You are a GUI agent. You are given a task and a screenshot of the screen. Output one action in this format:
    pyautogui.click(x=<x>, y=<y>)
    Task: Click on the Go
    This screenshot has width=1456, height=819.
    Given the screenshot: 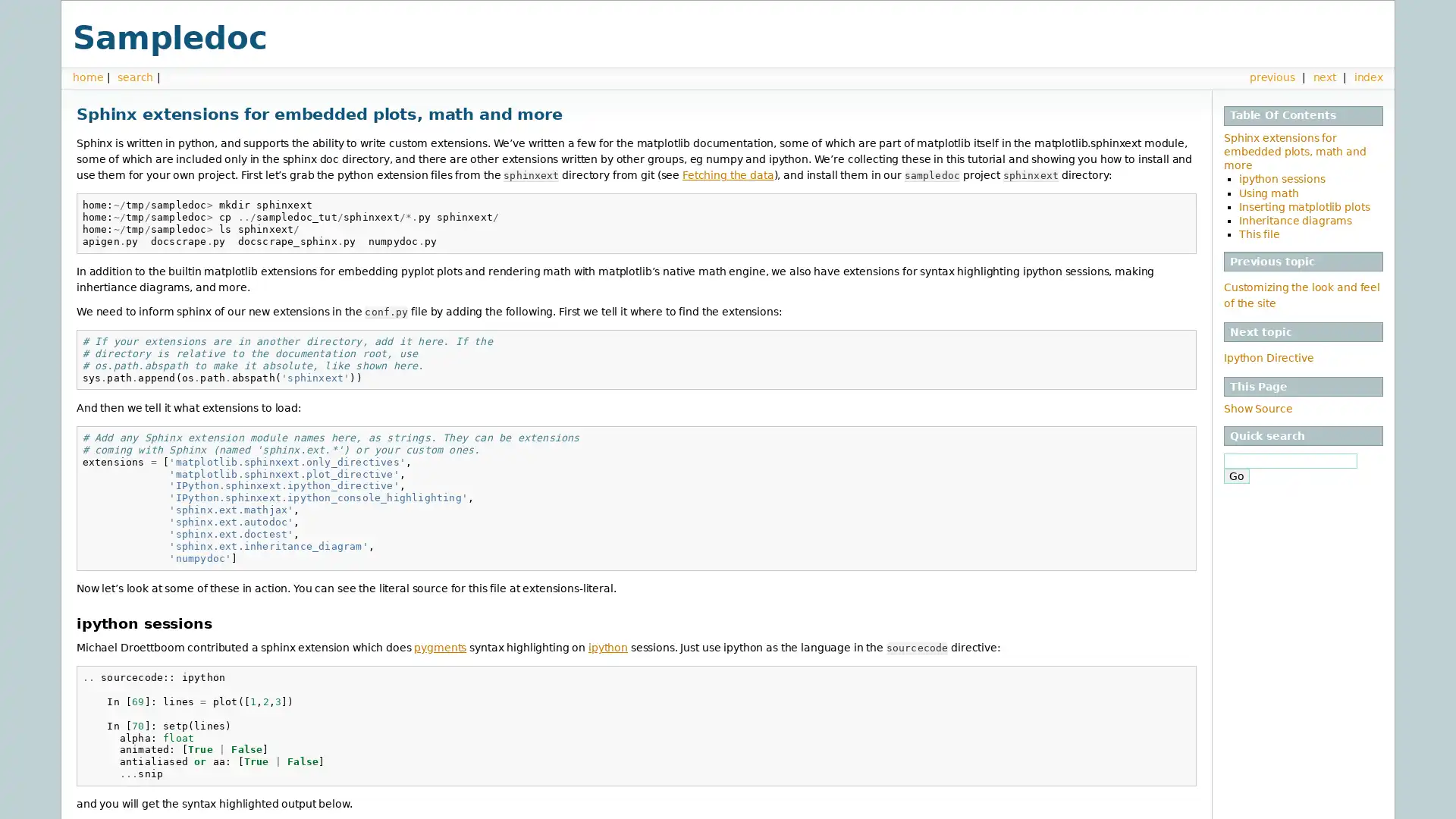 What is the action you would take?
    pyautogui.click(x=1237, y=475)
    